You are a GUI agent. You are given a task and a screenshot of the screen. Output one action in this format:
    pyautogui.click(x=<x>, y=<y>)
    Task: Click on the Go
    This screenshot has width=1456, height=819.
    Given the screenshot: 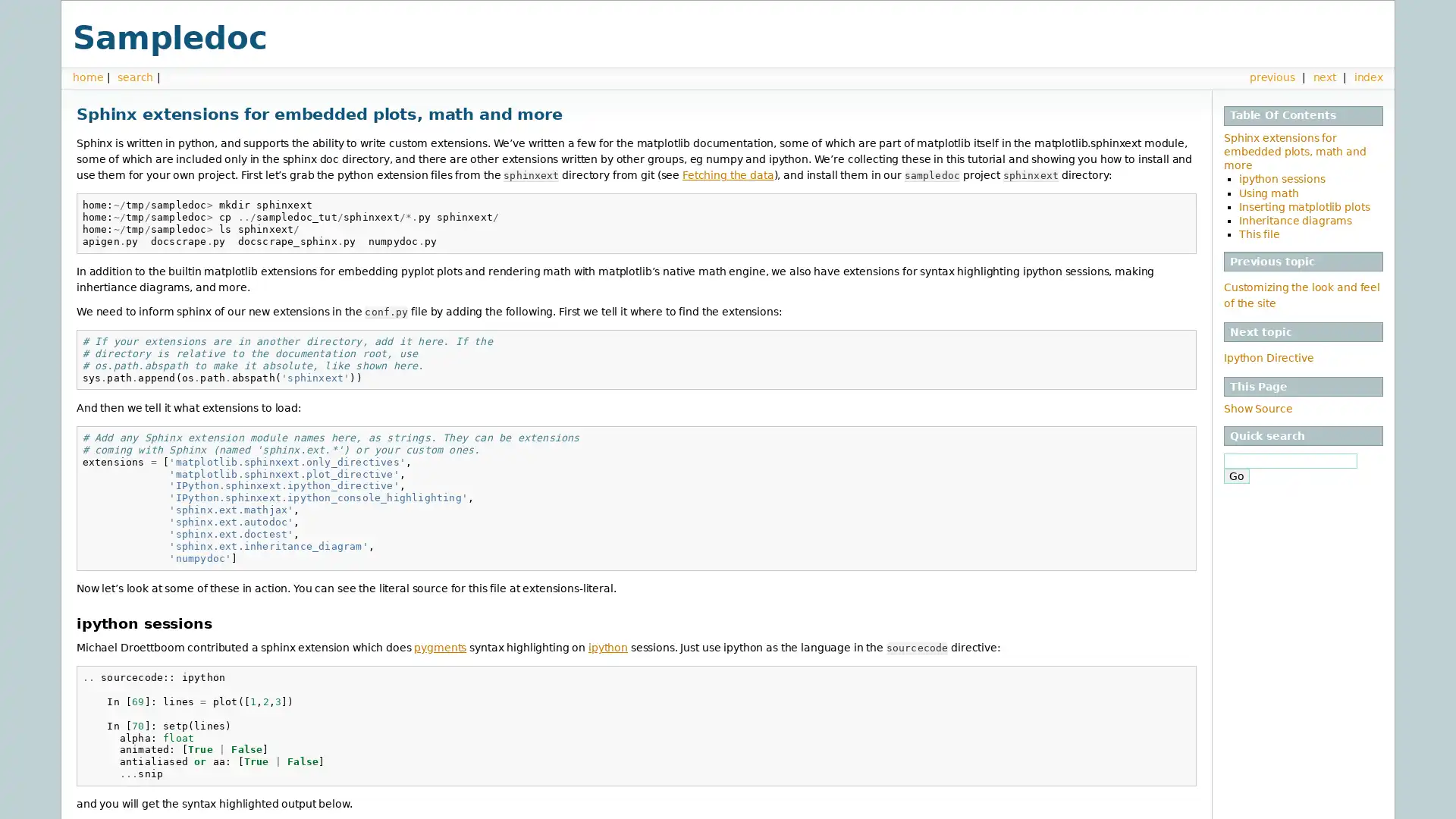 What is the action you would take?
    pyautogui.click(x=1237, y=475)
    